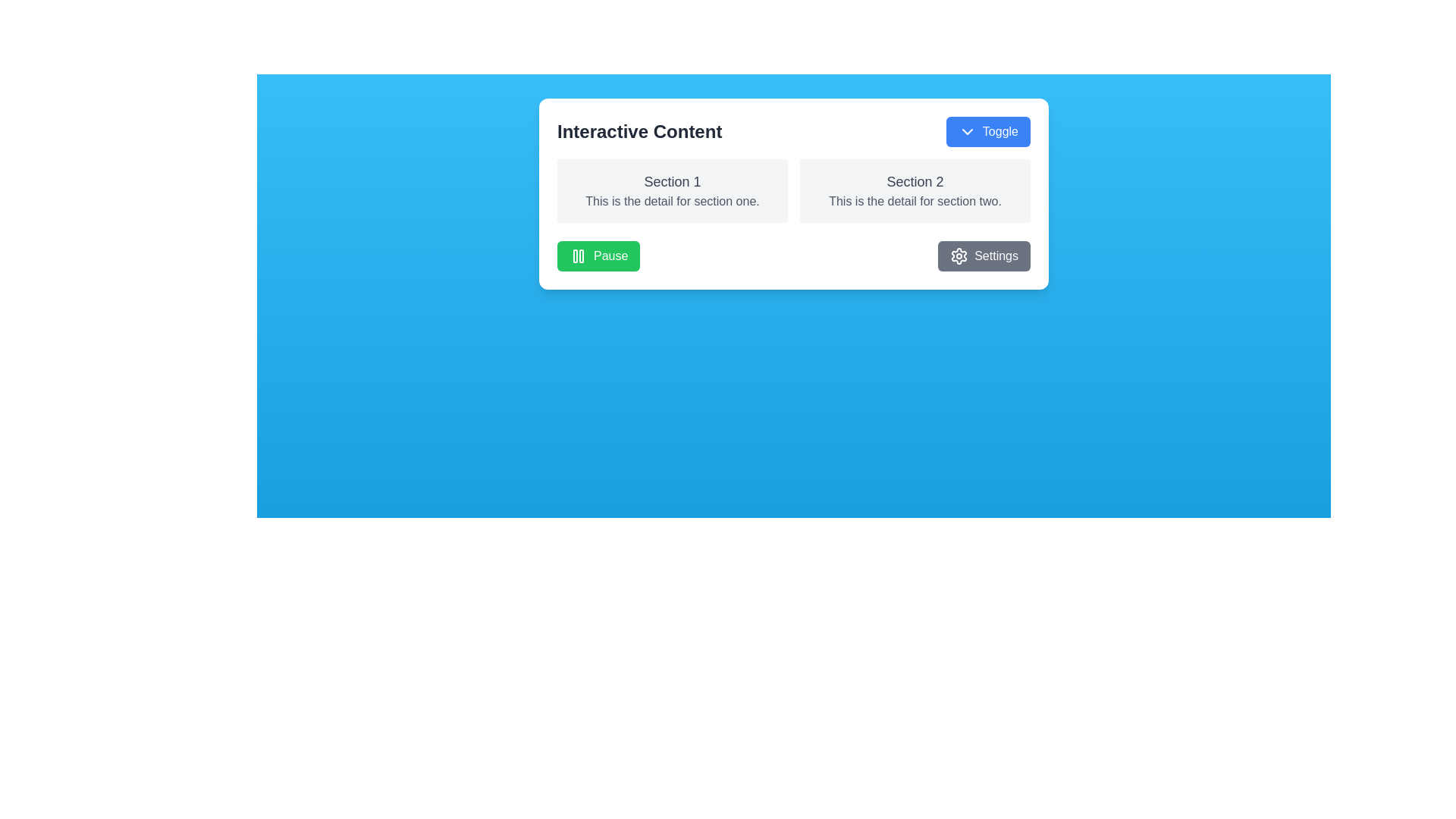  What do you see at coordinates (574, 256) in the screenshot?
I see `the left vertical bar of the pause icon within the green 'Pause' button located at the bottom left of the card` at bounding box center [574, 256].